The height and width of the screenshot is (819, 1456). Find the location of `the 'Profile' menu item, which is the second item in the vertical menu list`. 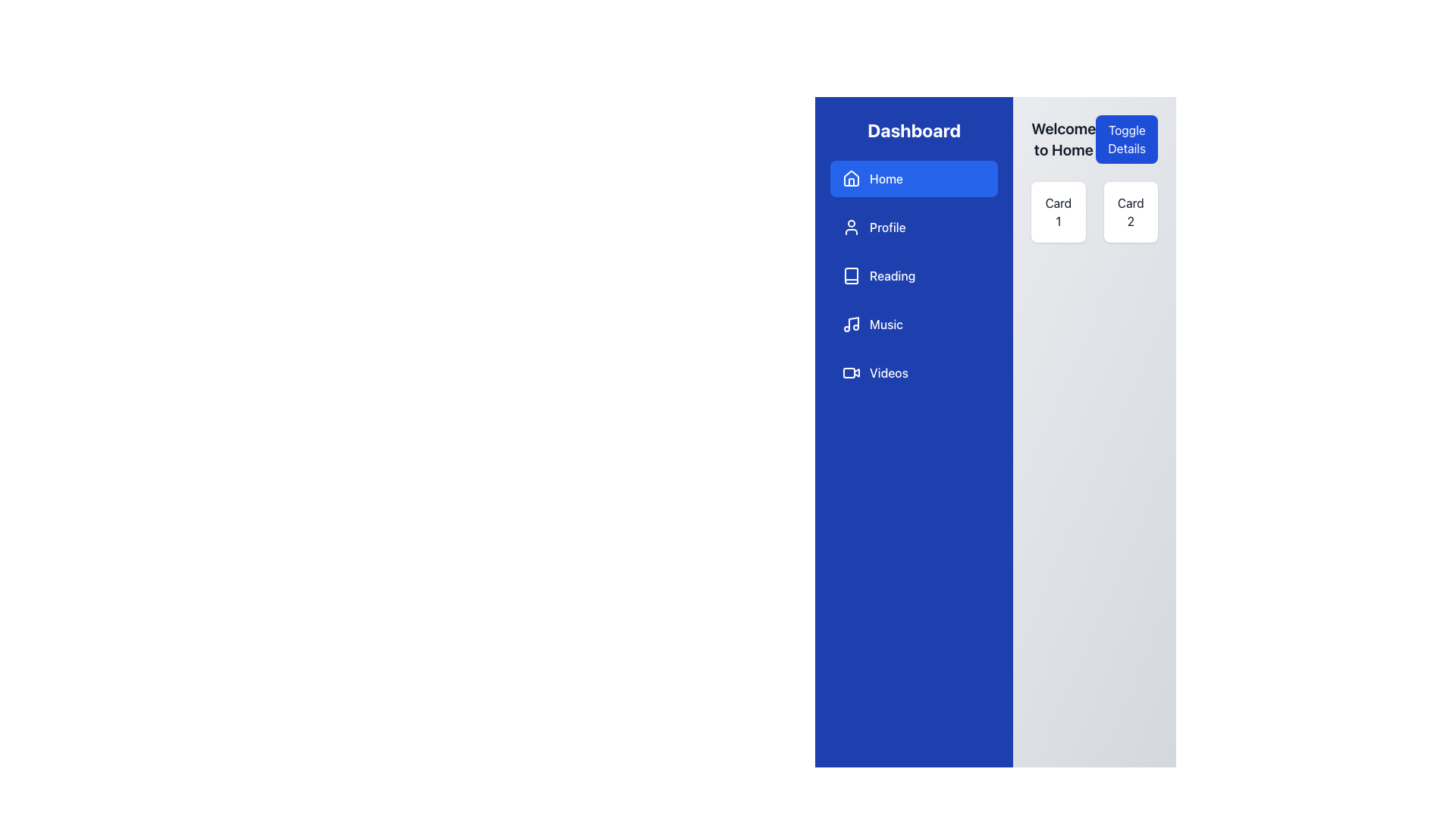

the 'Profile' menu item, which is the second item in the vertical menu list is located at coordinates (913, 227).